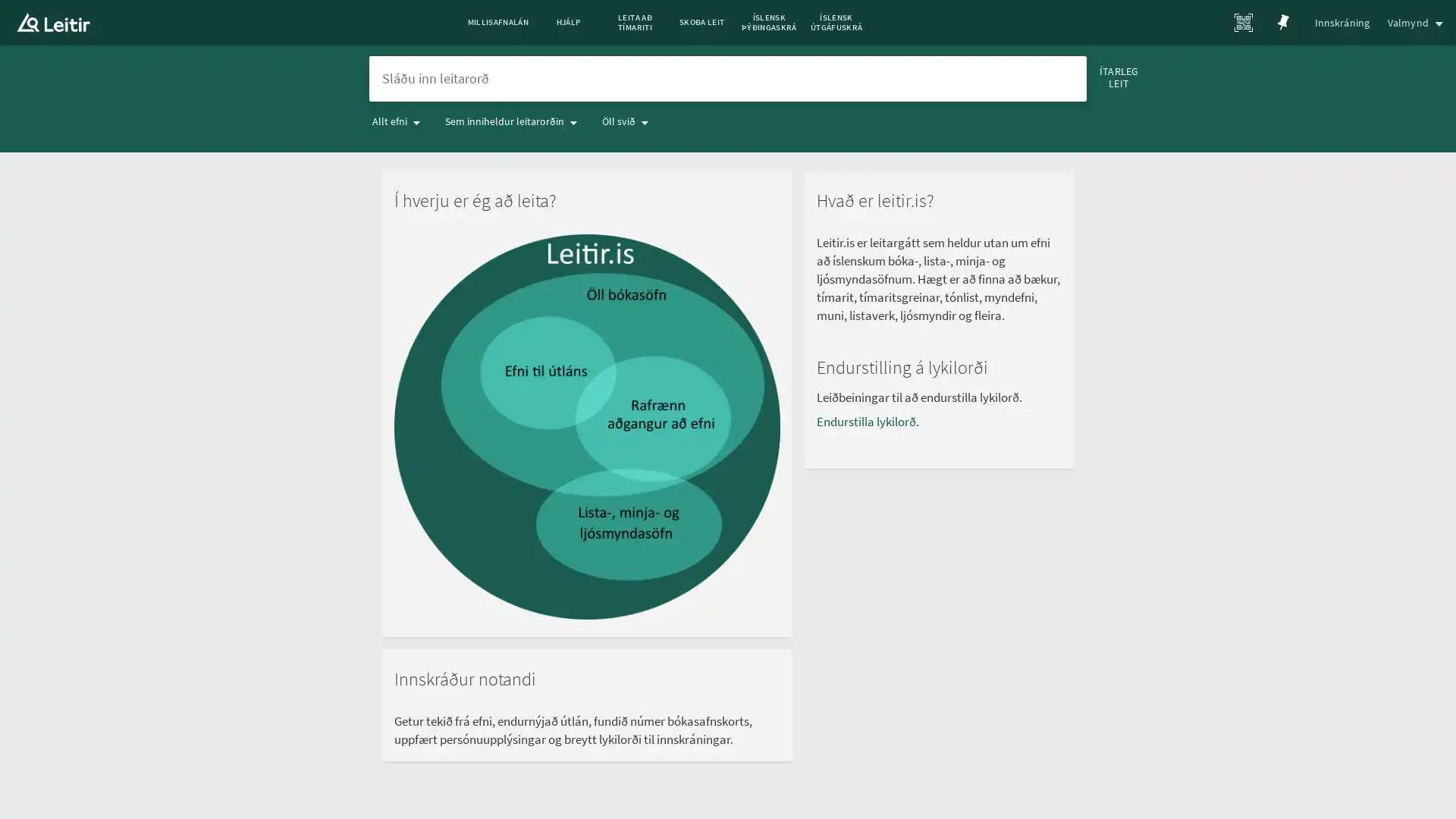 The image size is (1456, 819). Describe the element at coordinates (1244, 23) in the screenshot. I see `qr` at that location.